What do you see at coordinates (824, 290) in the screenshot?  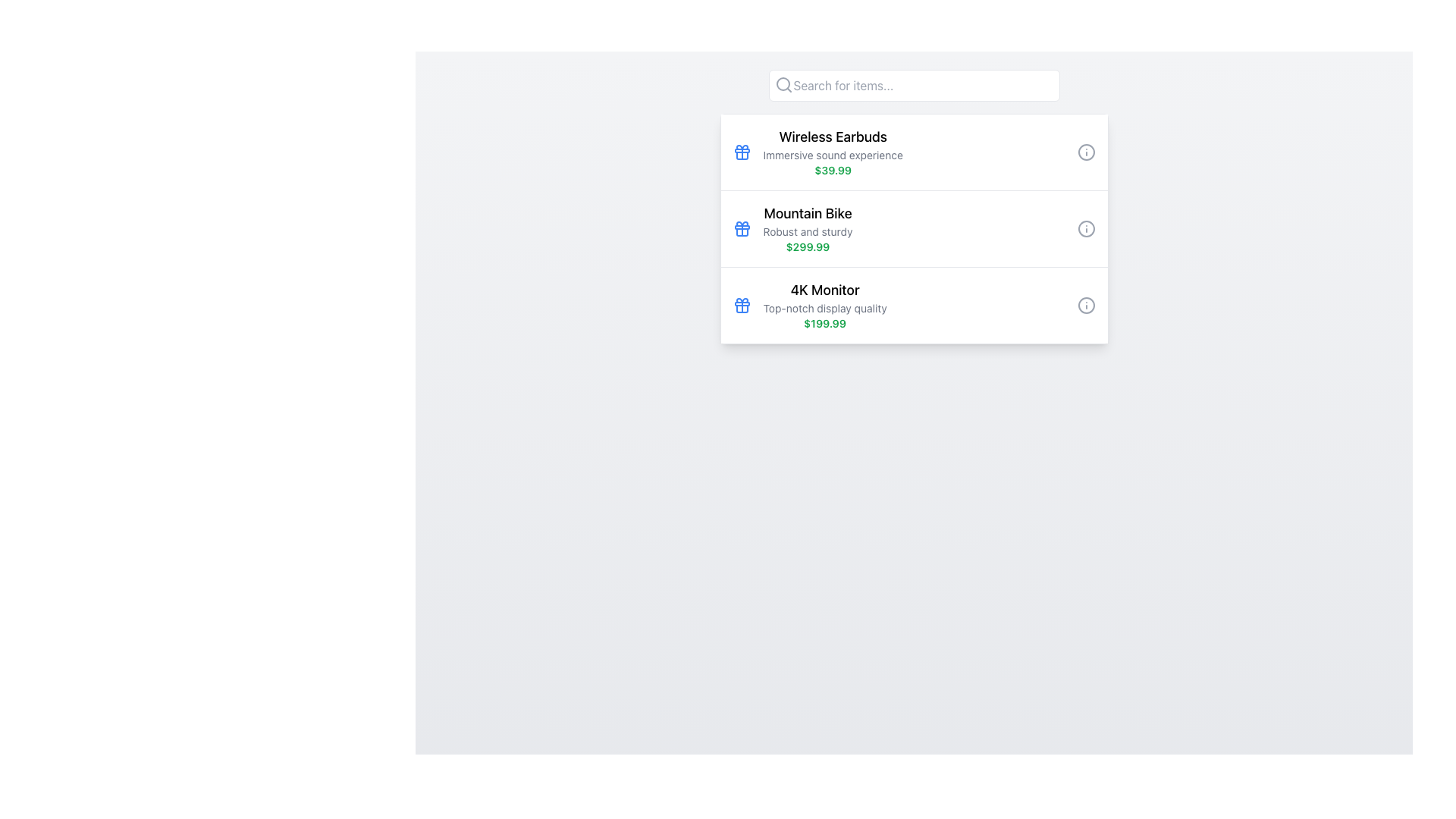 I see `the product title label, which is the third item in the product list, centrally located above the description and price` at bounding box center [824, 290].